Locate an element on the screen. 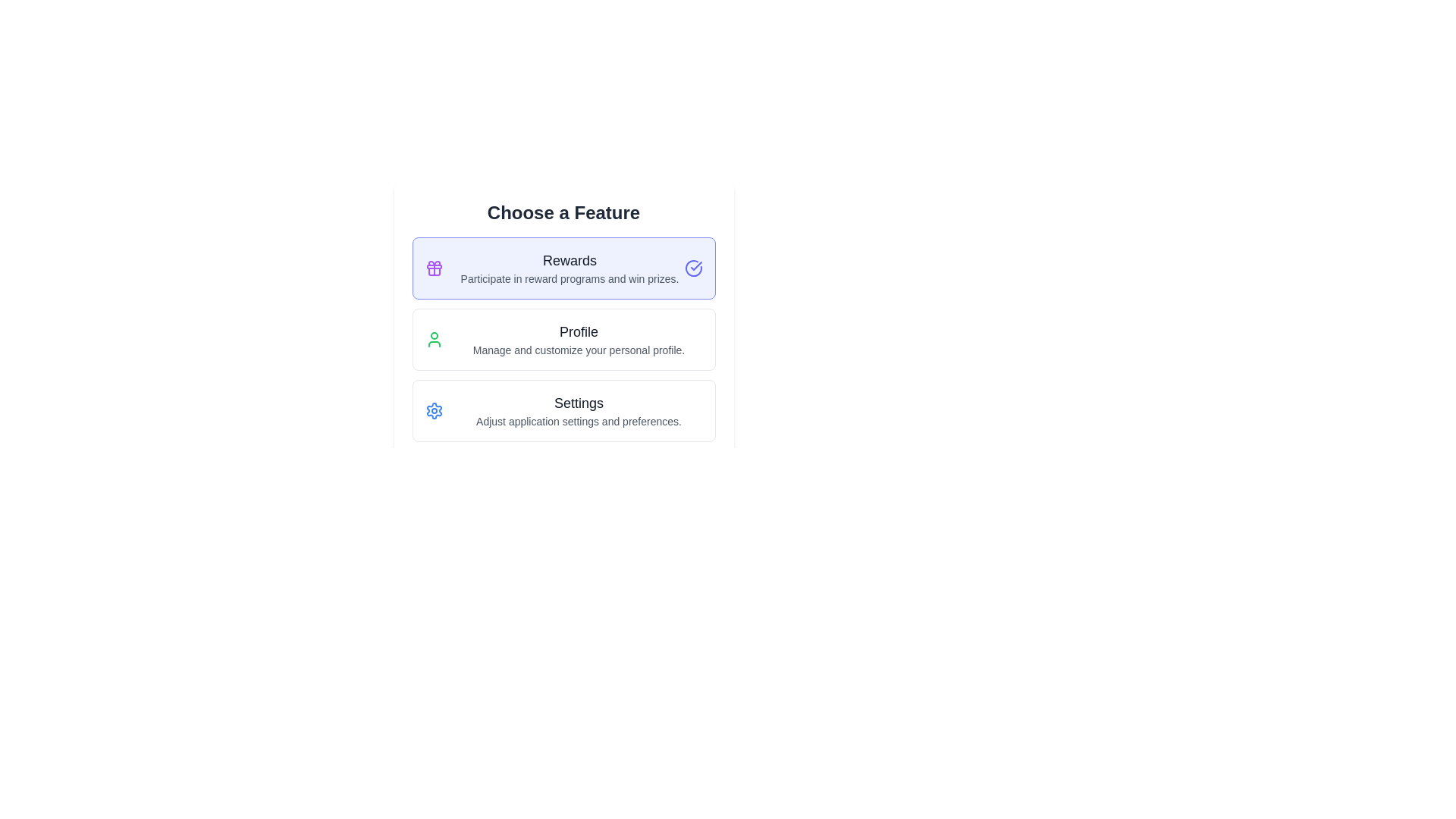 Image resolution: width=1456 pixels, height=819 pixels. the 'Settings' button-like card component, which is the third card in a vertical list is located at coordinates (563, 411).